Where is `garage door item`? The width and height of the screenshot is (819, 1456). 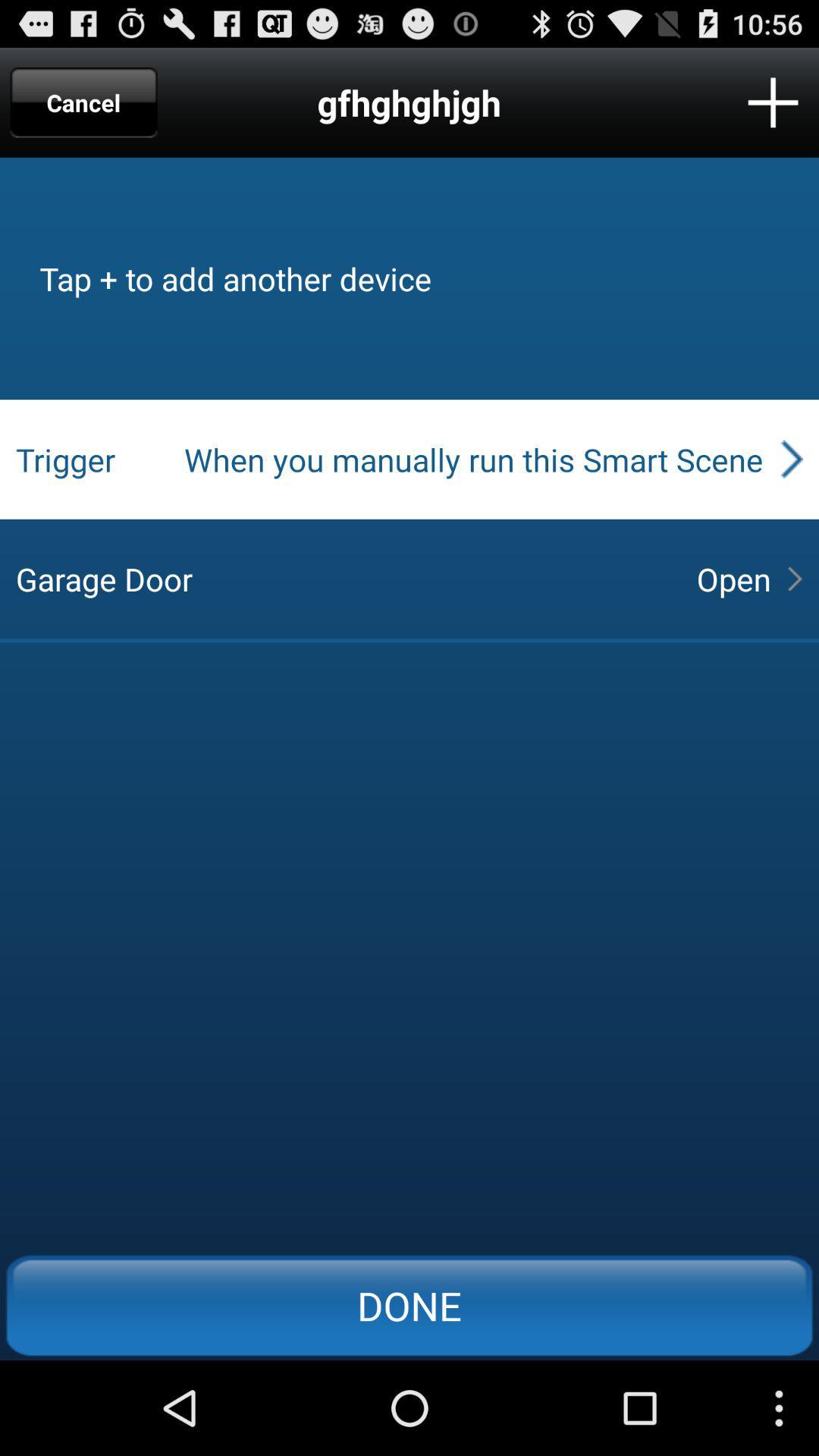 garage door item is located at coordinates (343, 578).